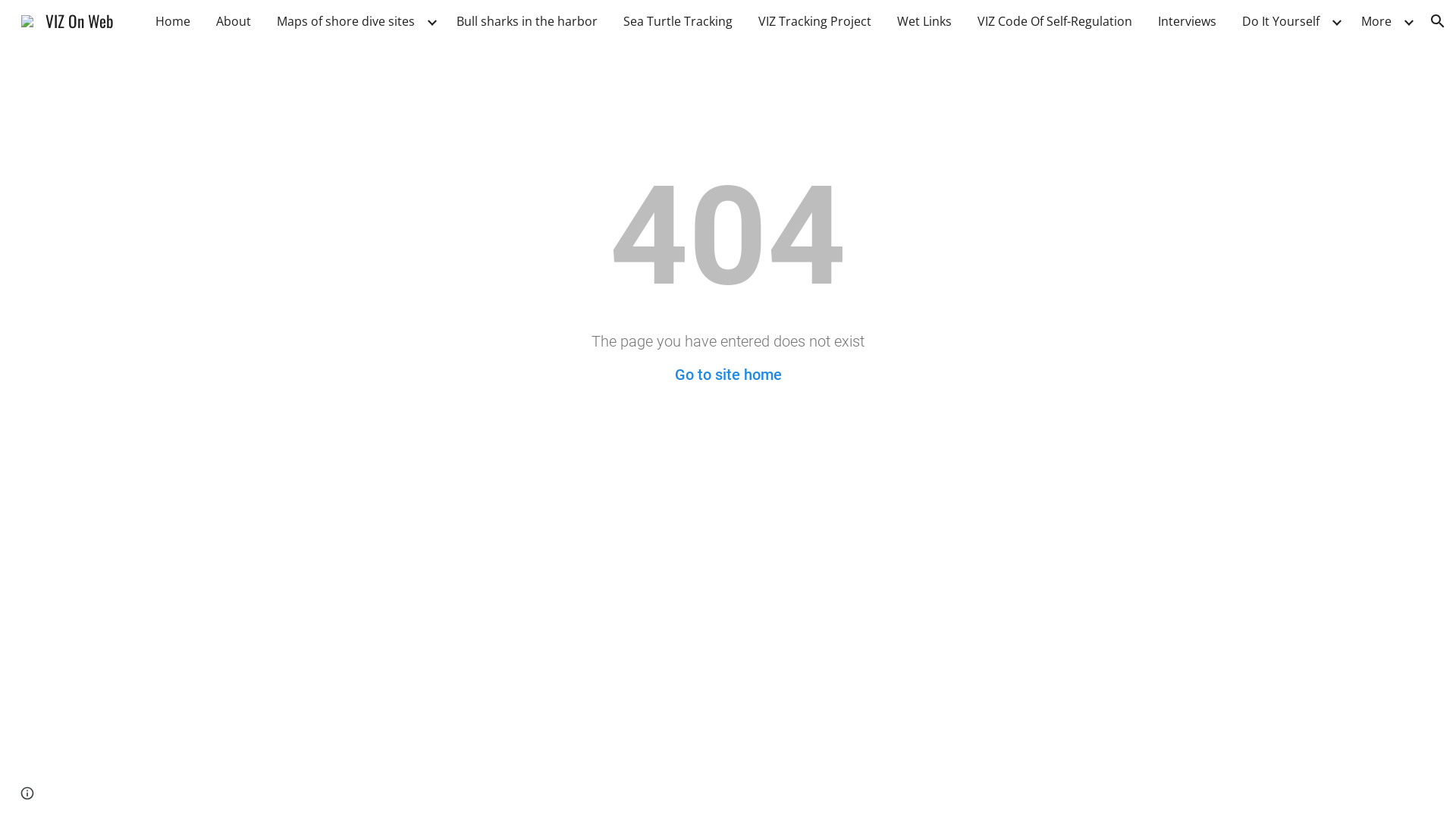  I want to click on 'Sea Turtle Tracking', so click(676, 20).